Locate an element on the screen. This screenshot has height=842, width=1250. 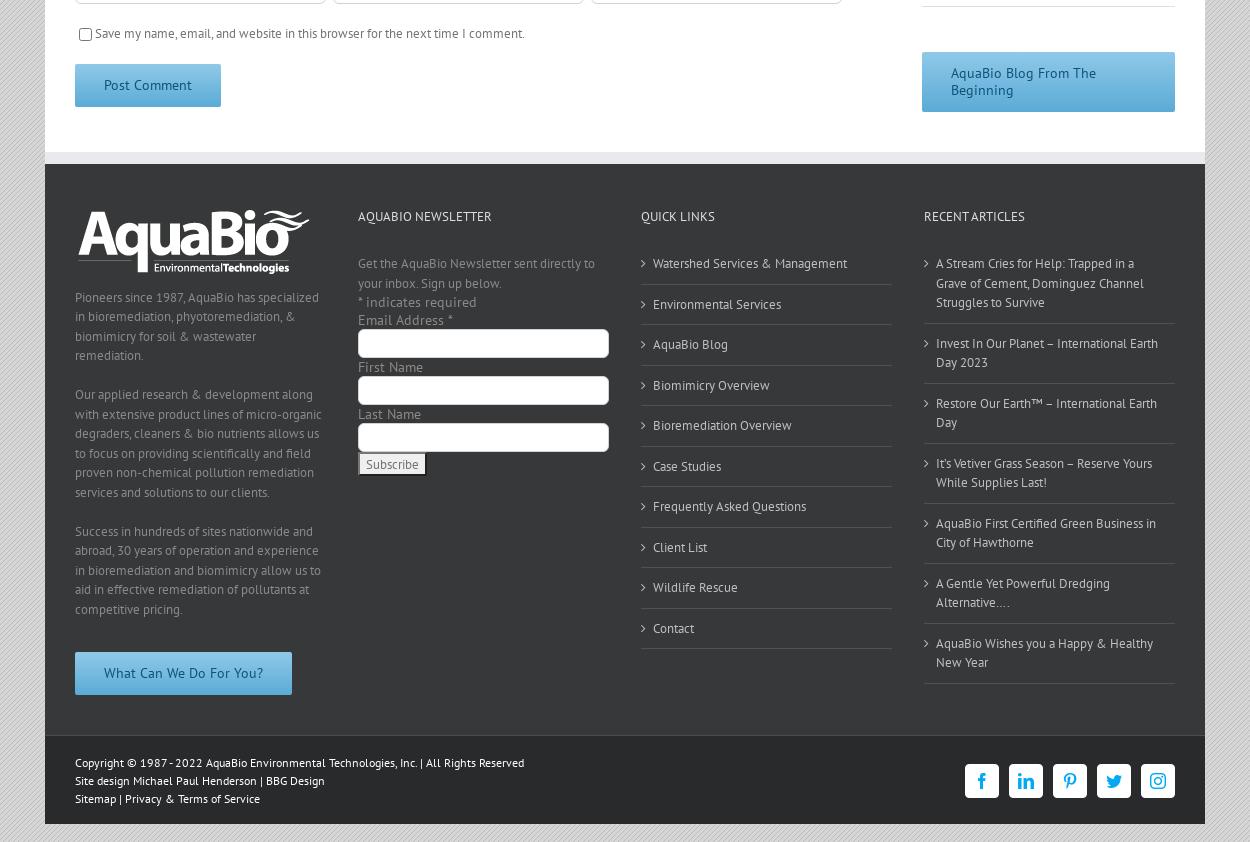
'Success in hundreds of sites nationwide and abroad, 30 years of operation and experience in bioremediation and biomimicry allow us to aid in effective remediation of pollutants at competitive pricing.' is located at coordinates (197, 568).